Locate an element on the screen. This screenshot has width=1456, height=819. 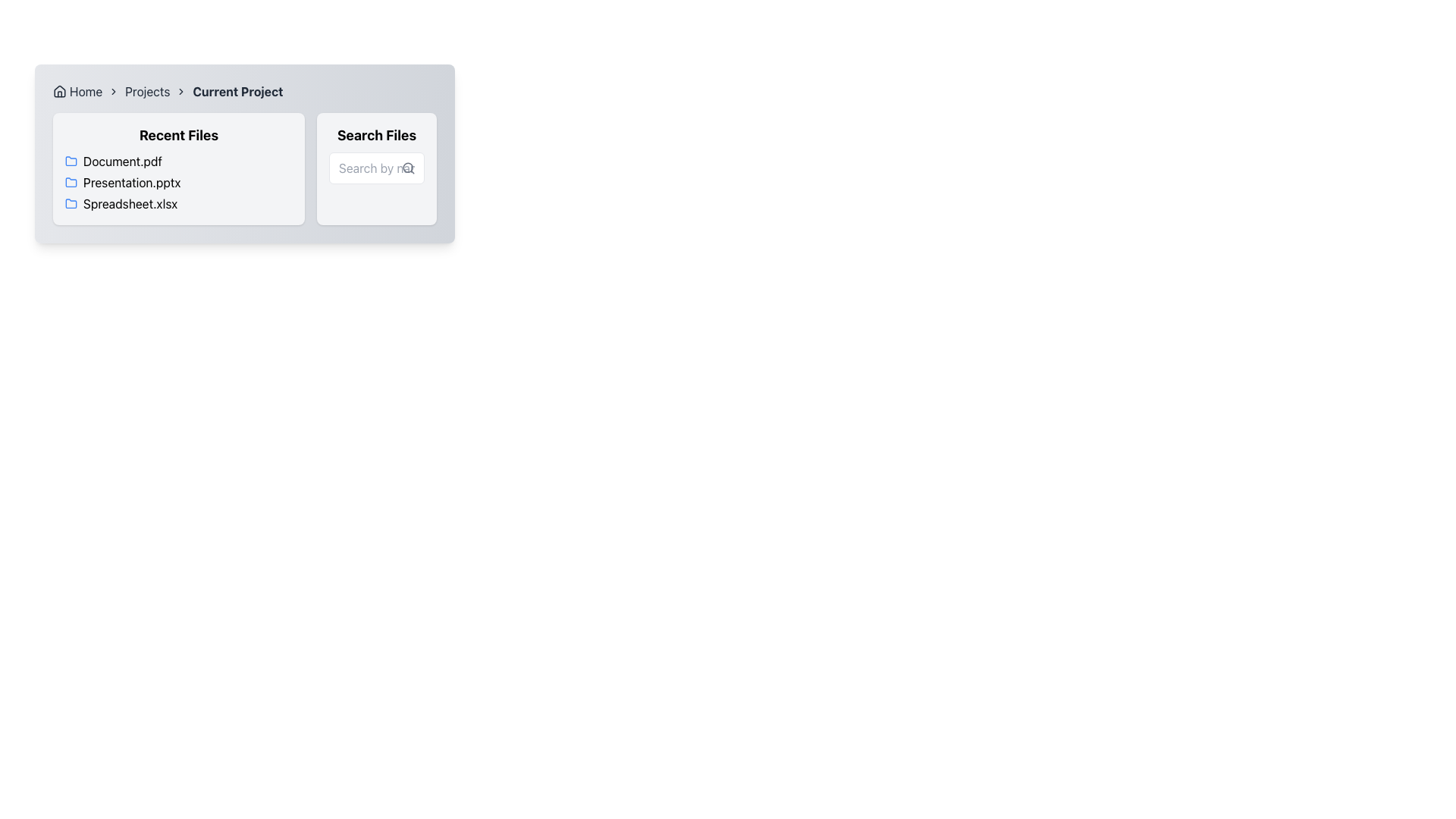
the folder icon in the 'Recent Files' section is located at coordinates (71, 180).